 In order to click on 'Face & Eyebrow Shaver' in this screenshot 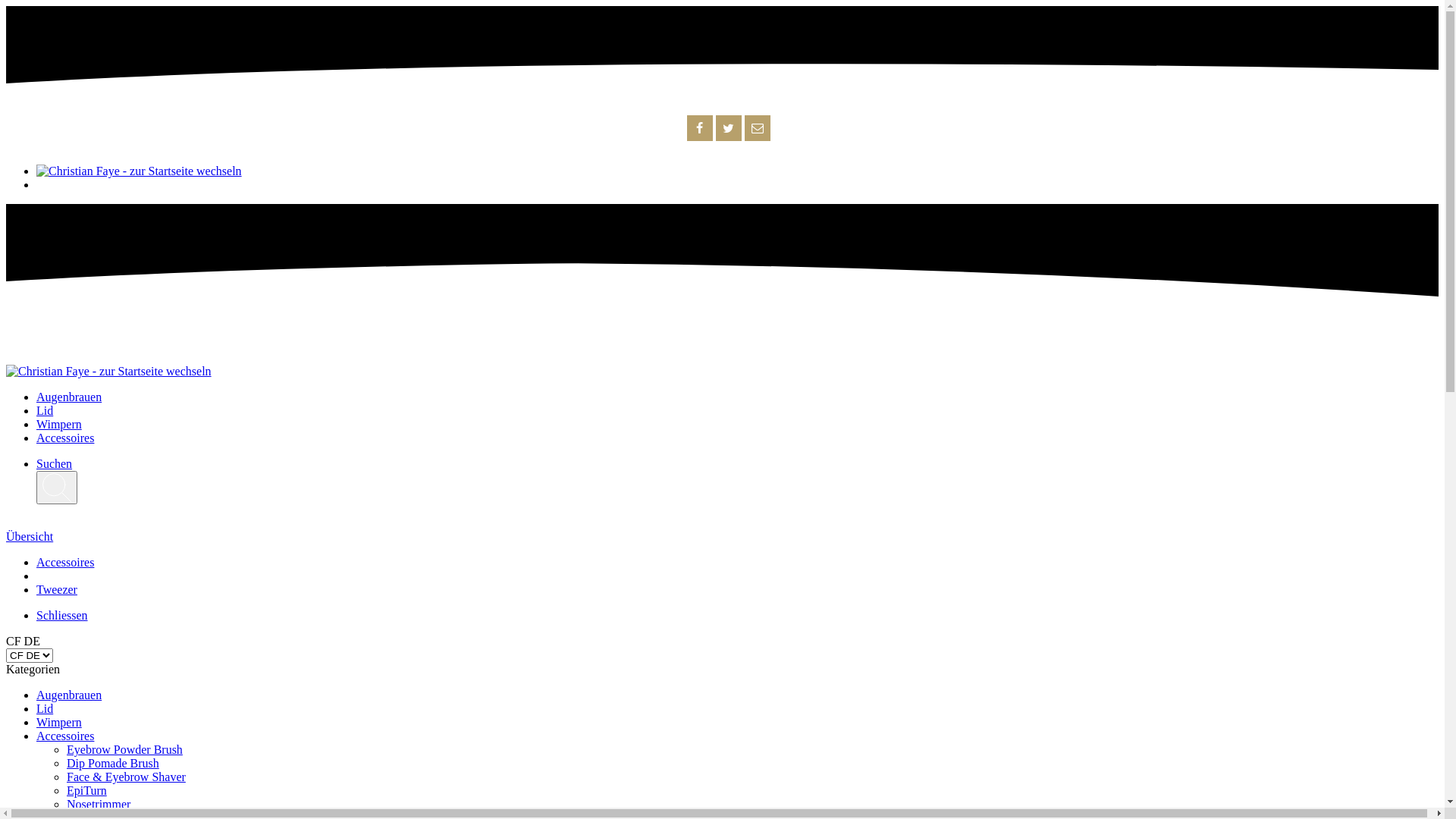, I will do `click(126, 777)`.